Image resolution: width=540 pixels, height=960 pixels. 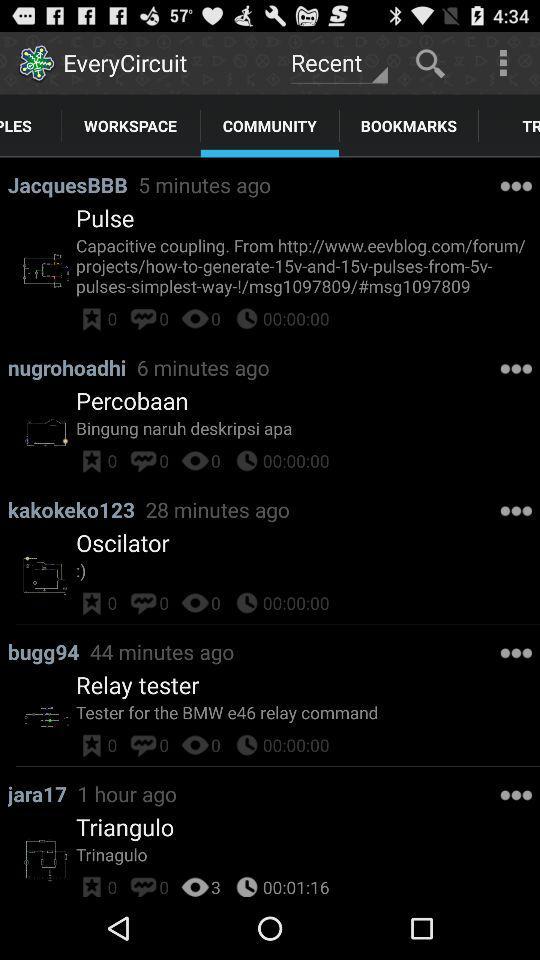 What do you see at coordinates (42, 793) in the screenshot?
I see `the app above triangulo` at bounding box center [42, 793].